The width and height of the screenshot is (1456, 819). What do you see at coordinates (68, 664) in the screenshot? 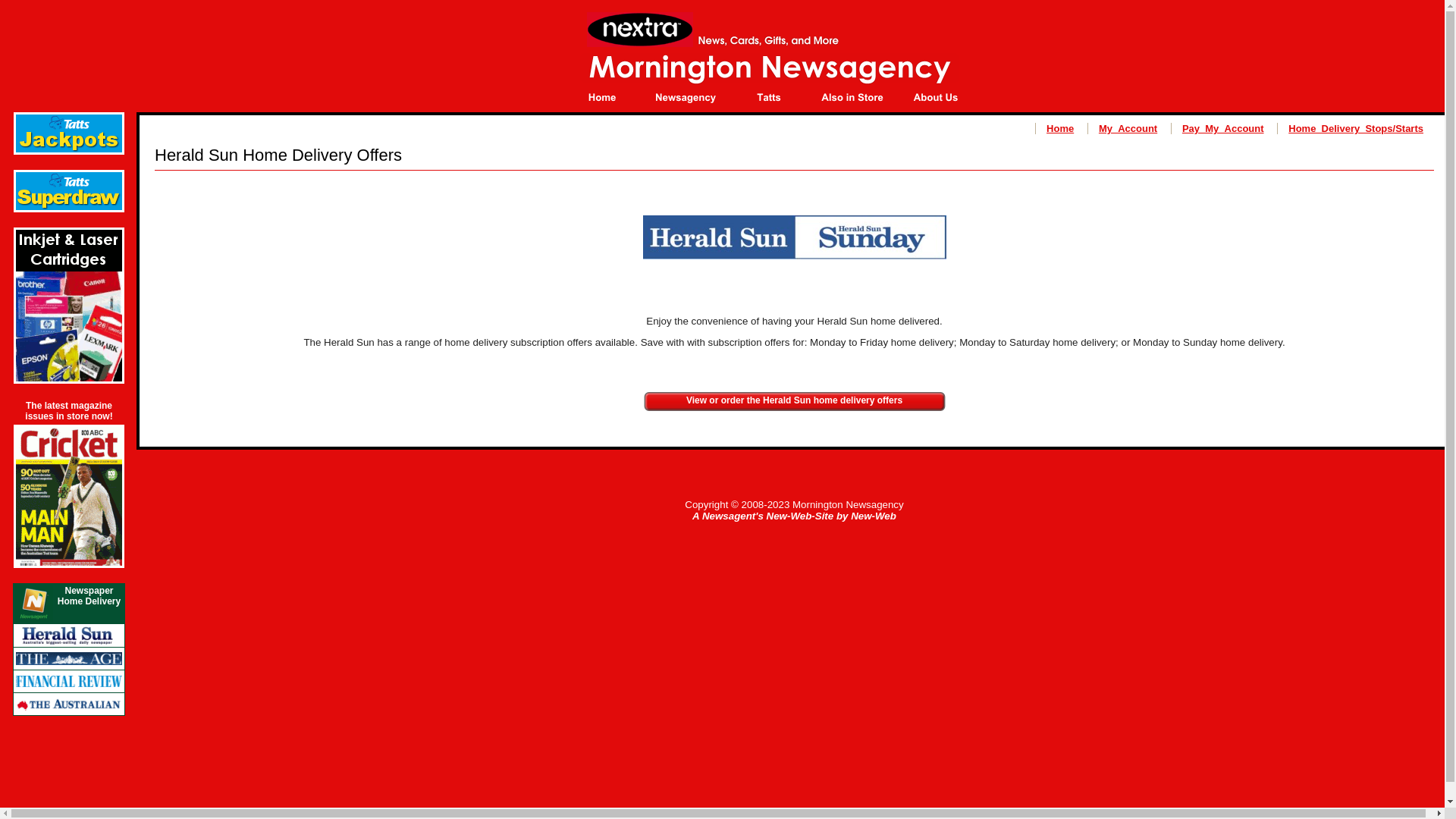
I see `'Click here to view or order The Age home delivery offer.'` at bounding box center [68, 664].